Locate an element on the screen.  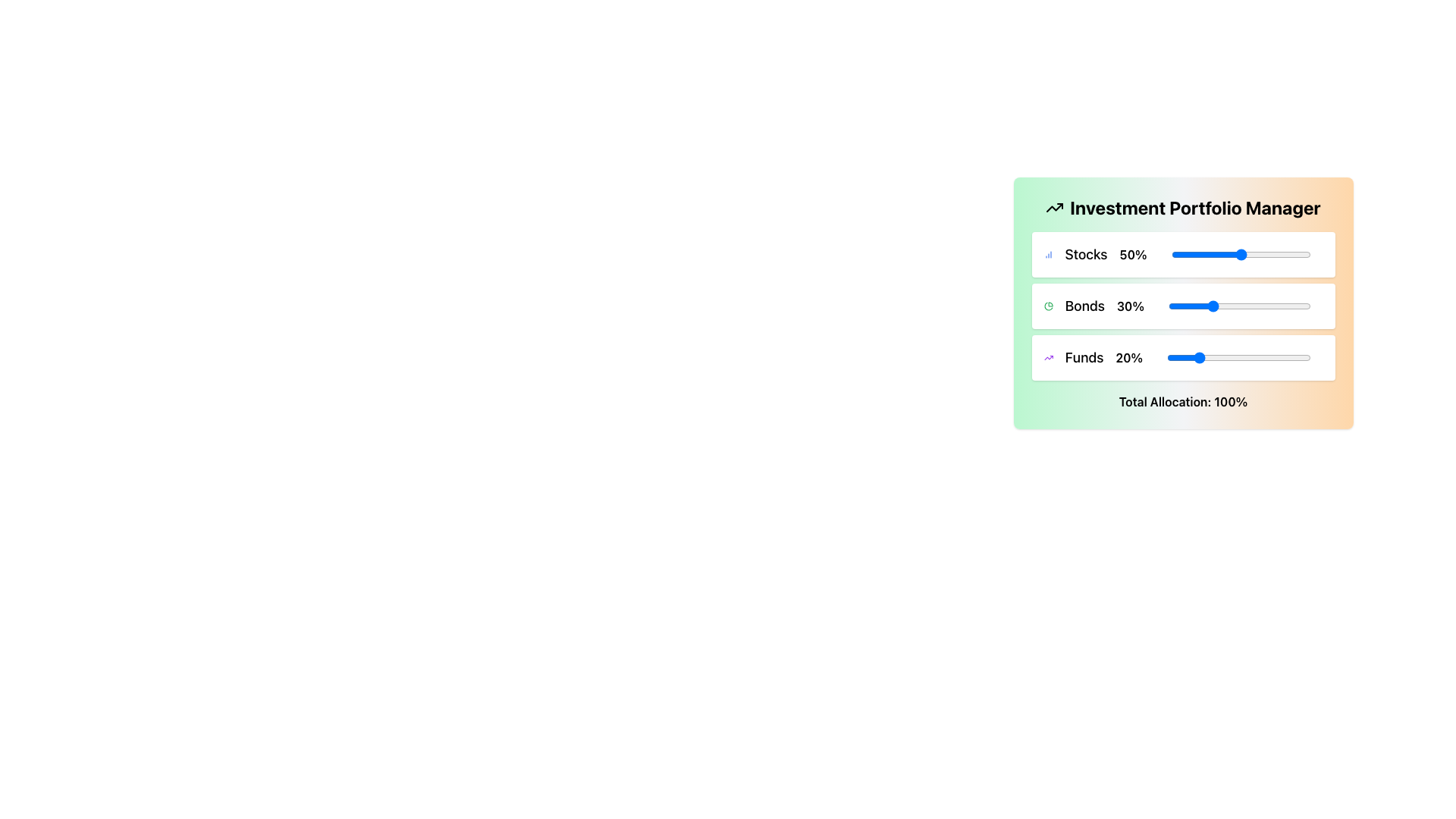
the 'Funds' allocation is located at coordinates (1250, 357).